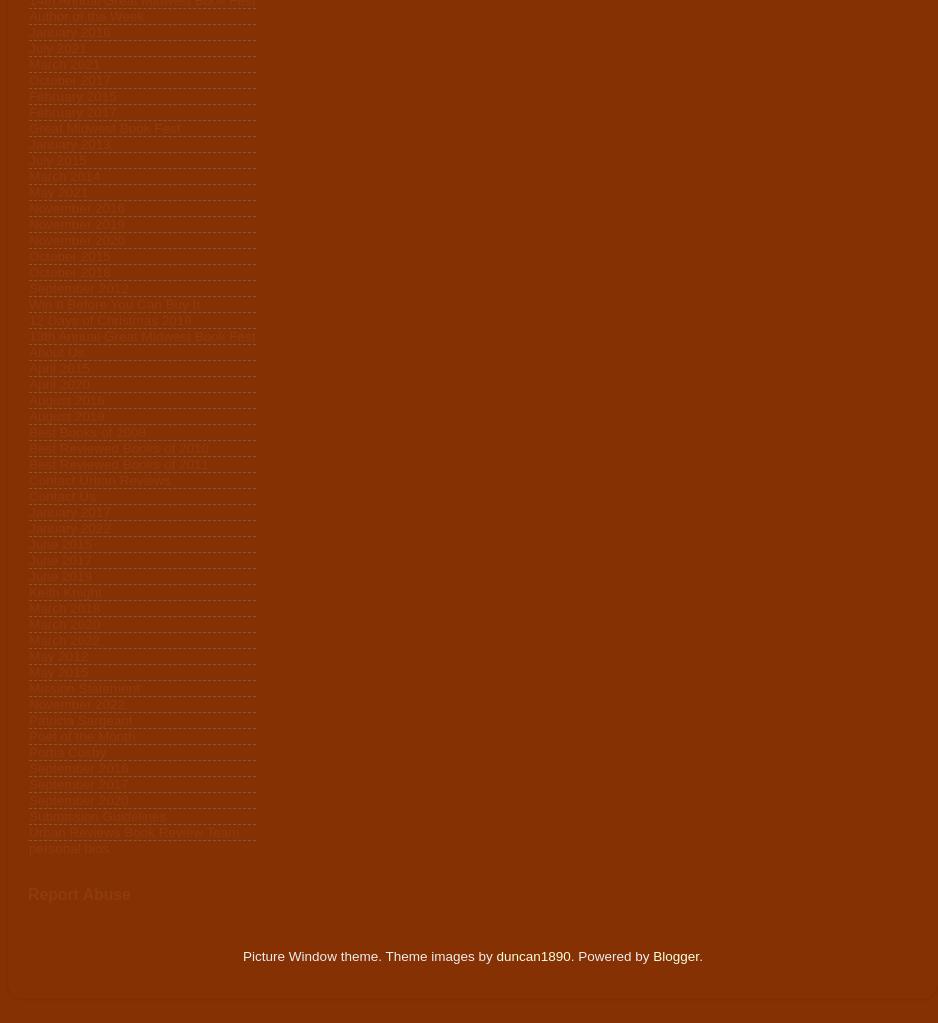  I want to click on 'Author of the Week', so click(86, 16).